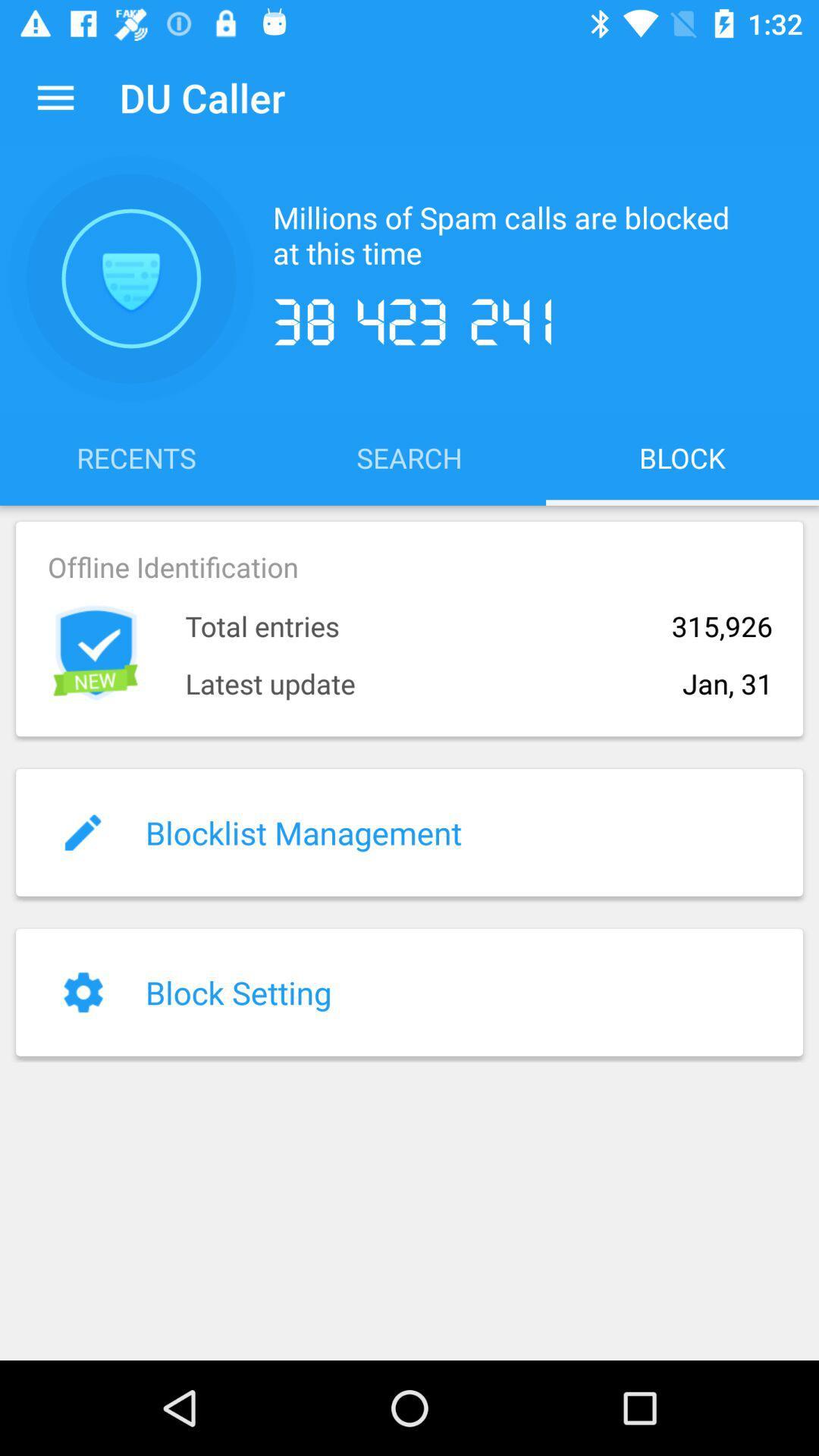 The height and width of the screenshot is (1456, 819). I want to click on app next to du caller, so click(55, 96).